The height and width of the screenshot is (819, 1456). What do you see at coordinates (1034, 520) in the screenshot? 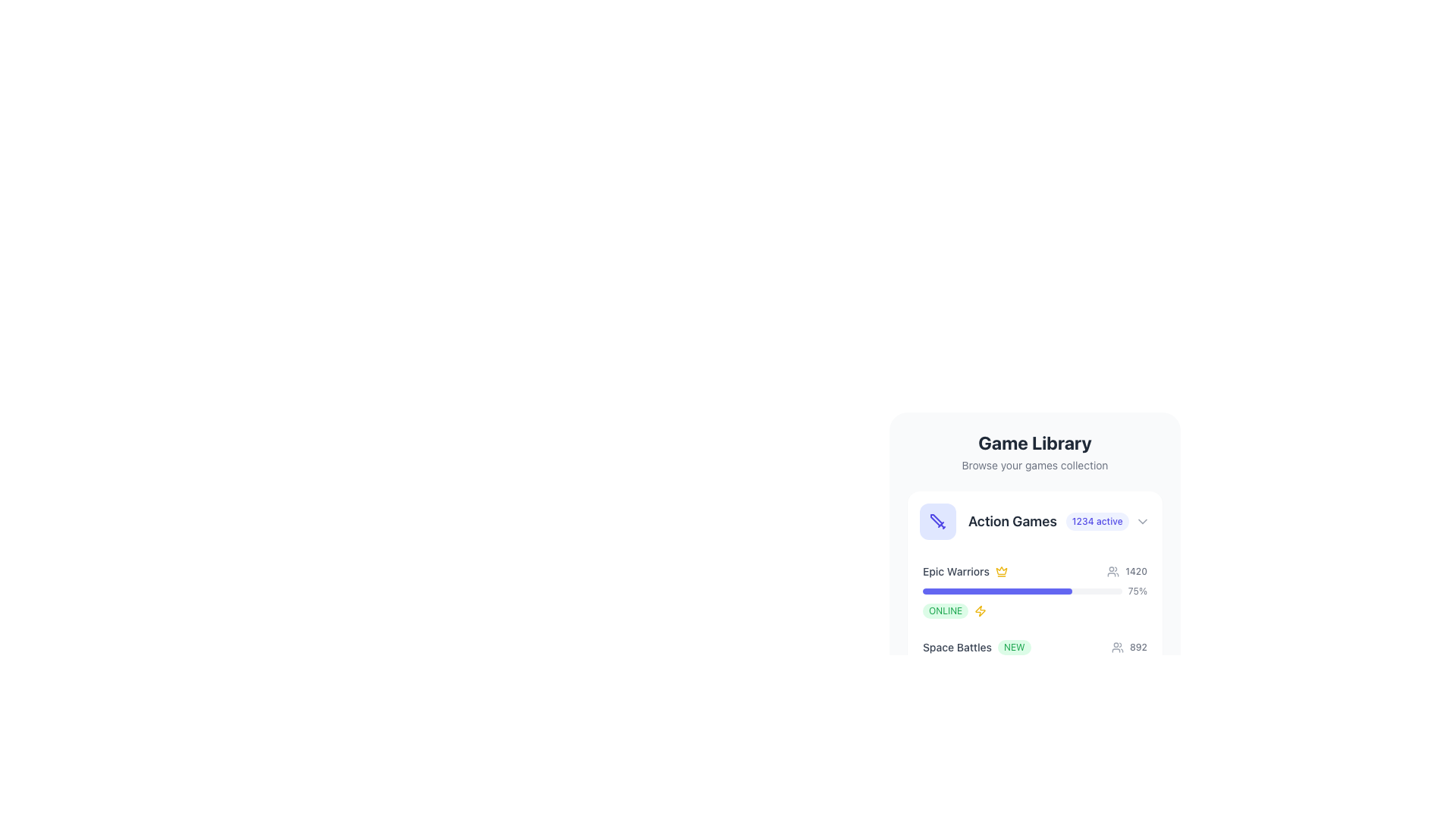
I see `the 'Action Games' interactive card located in the center-right portion of the interface under the title 'Game Library'` at bounding box center [1034, 520].